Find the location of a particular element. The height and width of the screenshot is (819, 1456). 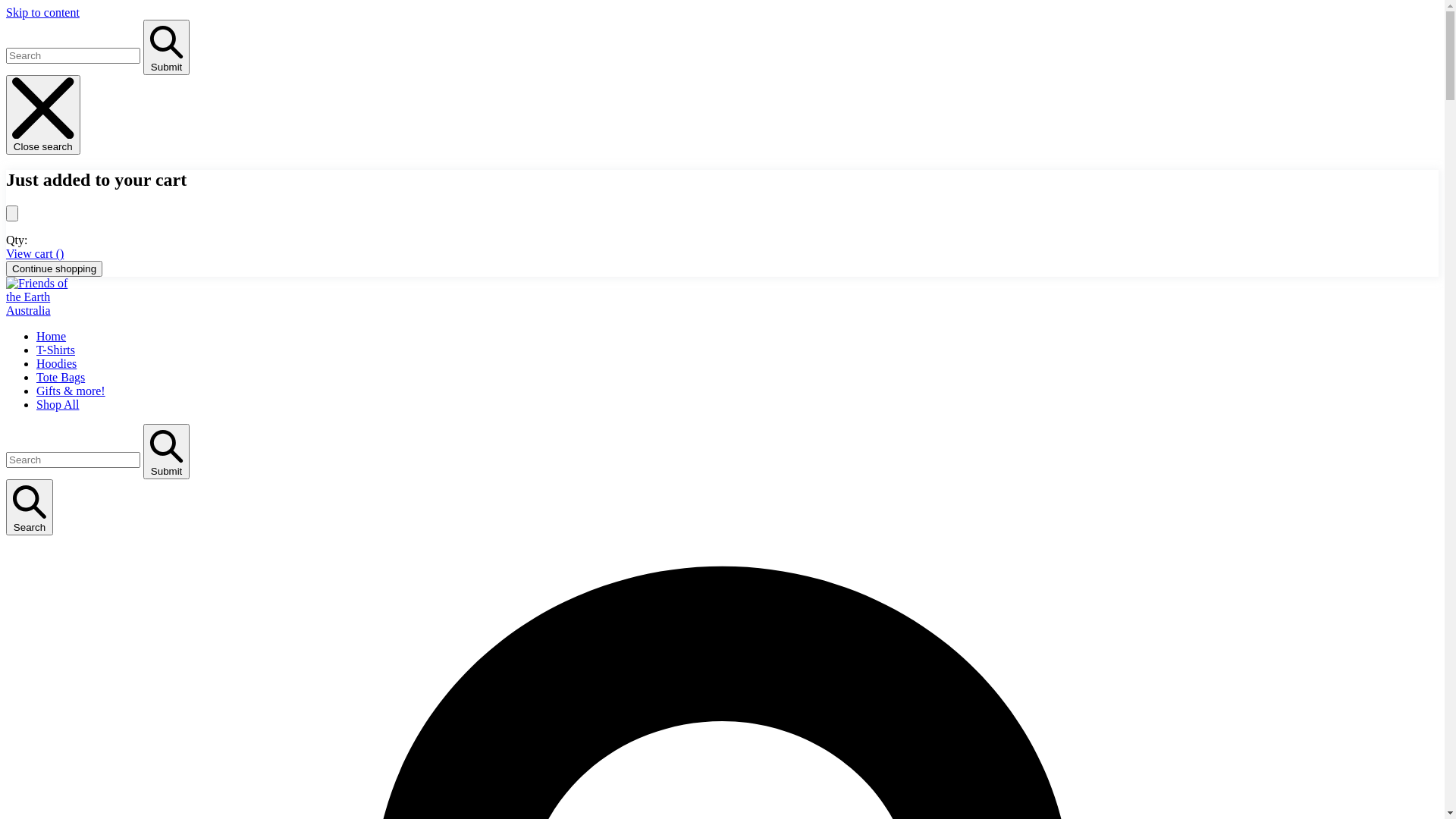

'Close search' is located at coordinates (43, 114).